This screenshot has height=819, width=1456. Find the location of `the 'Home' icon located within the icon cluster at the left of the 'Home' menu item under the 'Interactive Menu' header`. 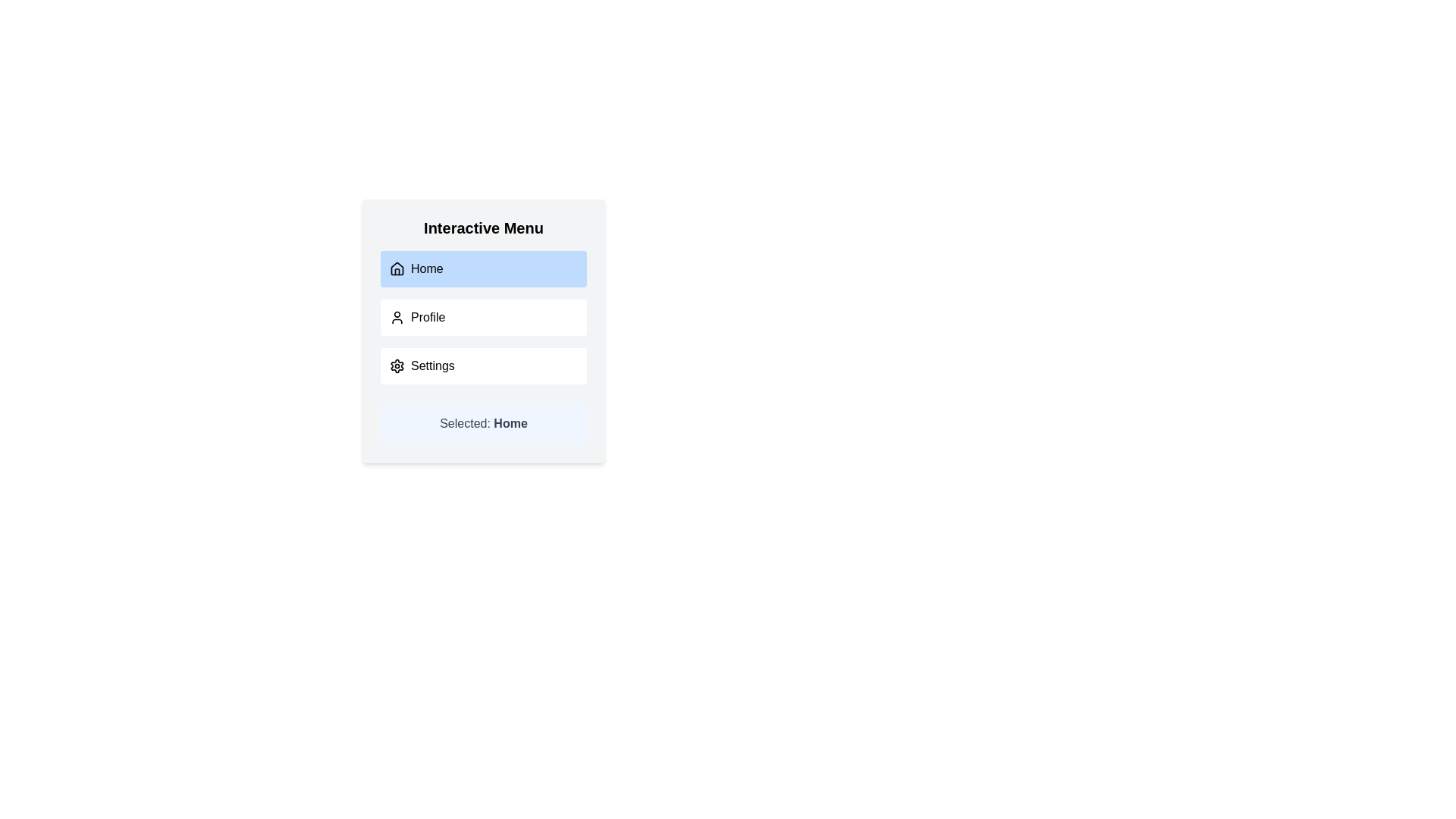

the 'Home' icon located within the icon cluster at the left of the 'Home' menu item under the 'Interactive Menu' header is located at coordinates (397, 268).